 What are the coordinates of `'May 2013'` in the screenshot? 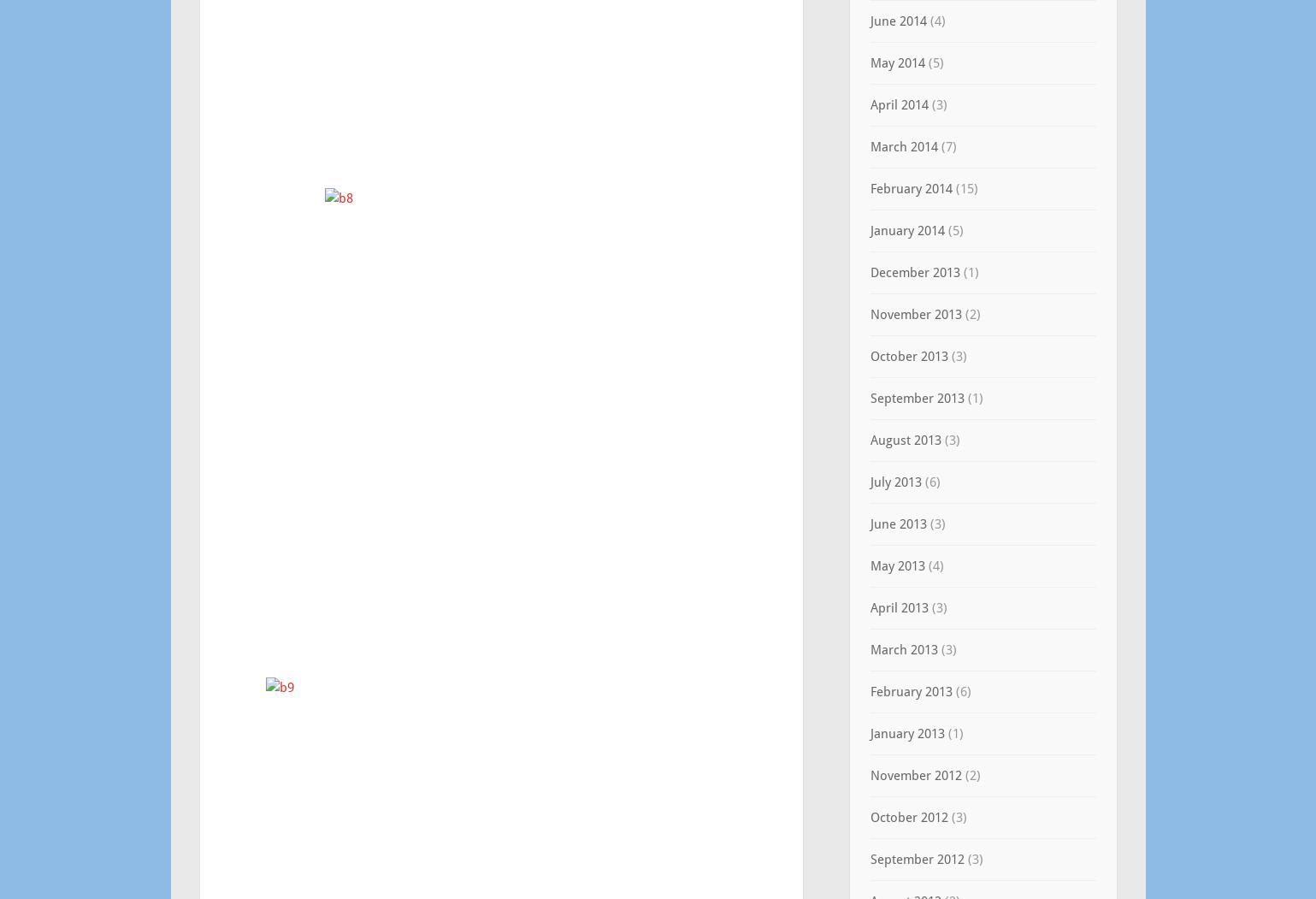 It's located at (895, 566).